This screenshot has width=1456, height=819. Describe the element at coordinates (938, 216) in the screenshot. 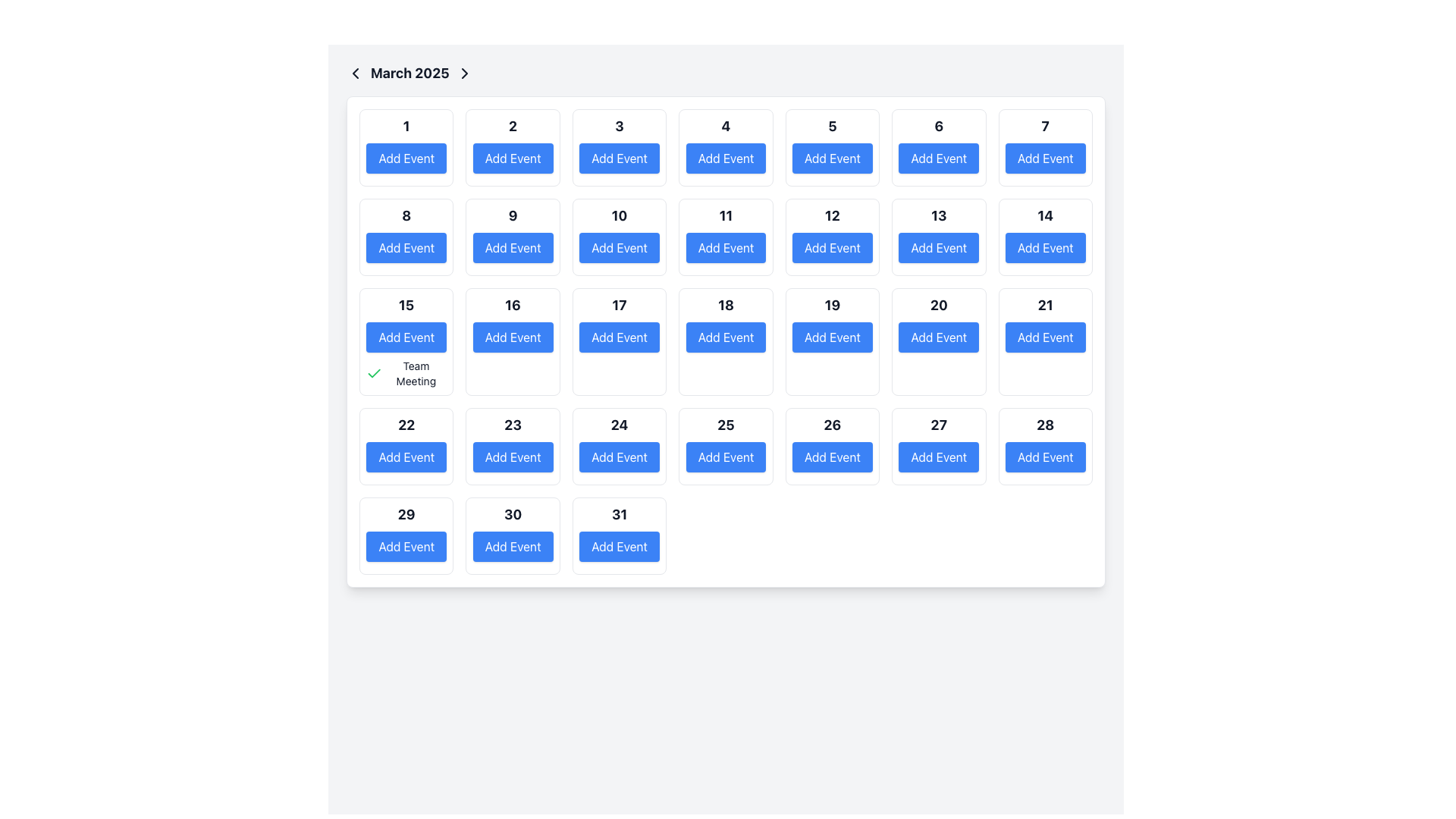

I see `the text label that indicates the 13th day in the calendar within the card layout, located in the fourth column of the second row of the grid` at that location.